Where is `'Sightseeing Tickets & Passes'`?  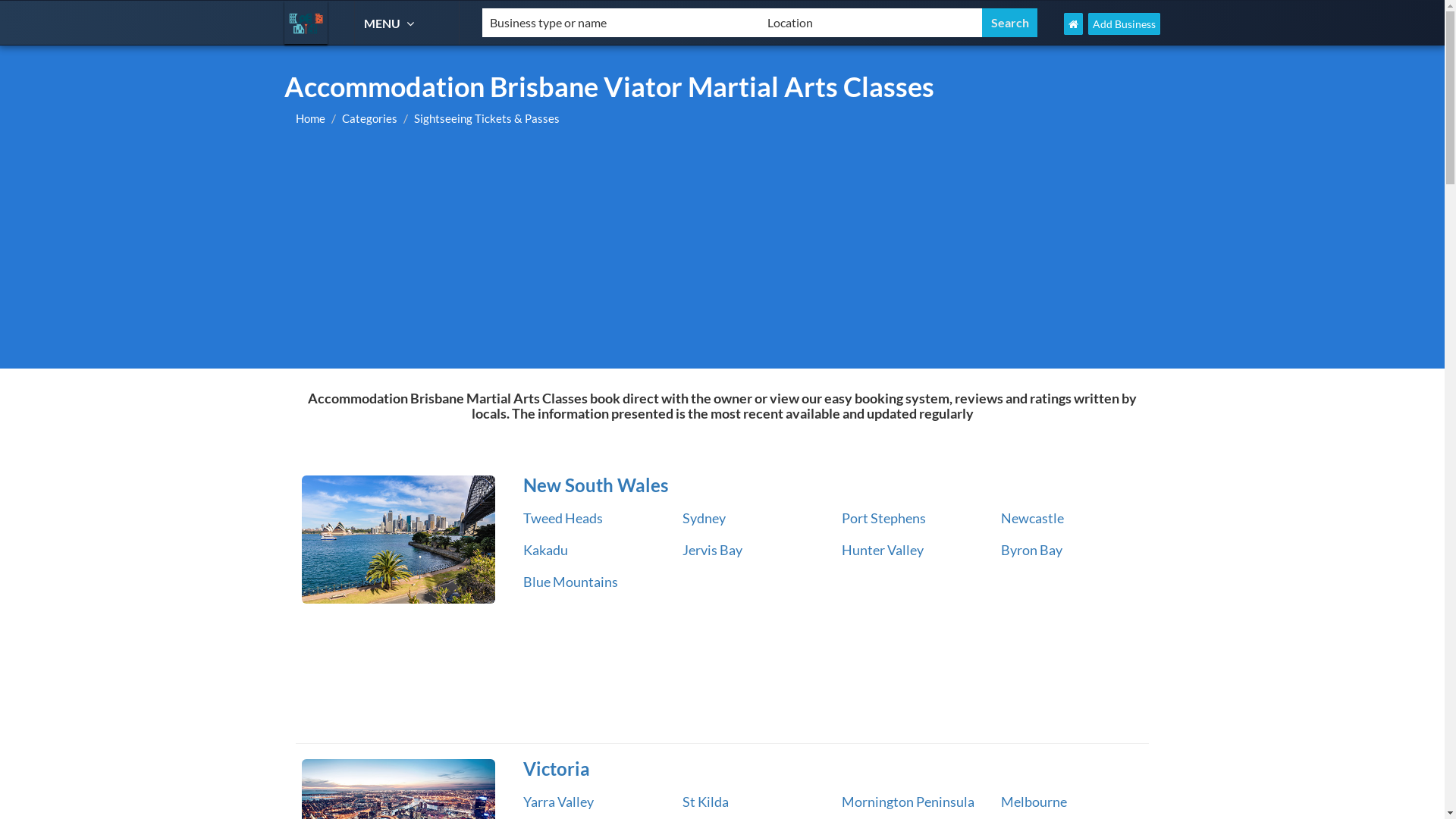
'Sightseeing Tickets & Passes' is located at coordinates (487, 117).